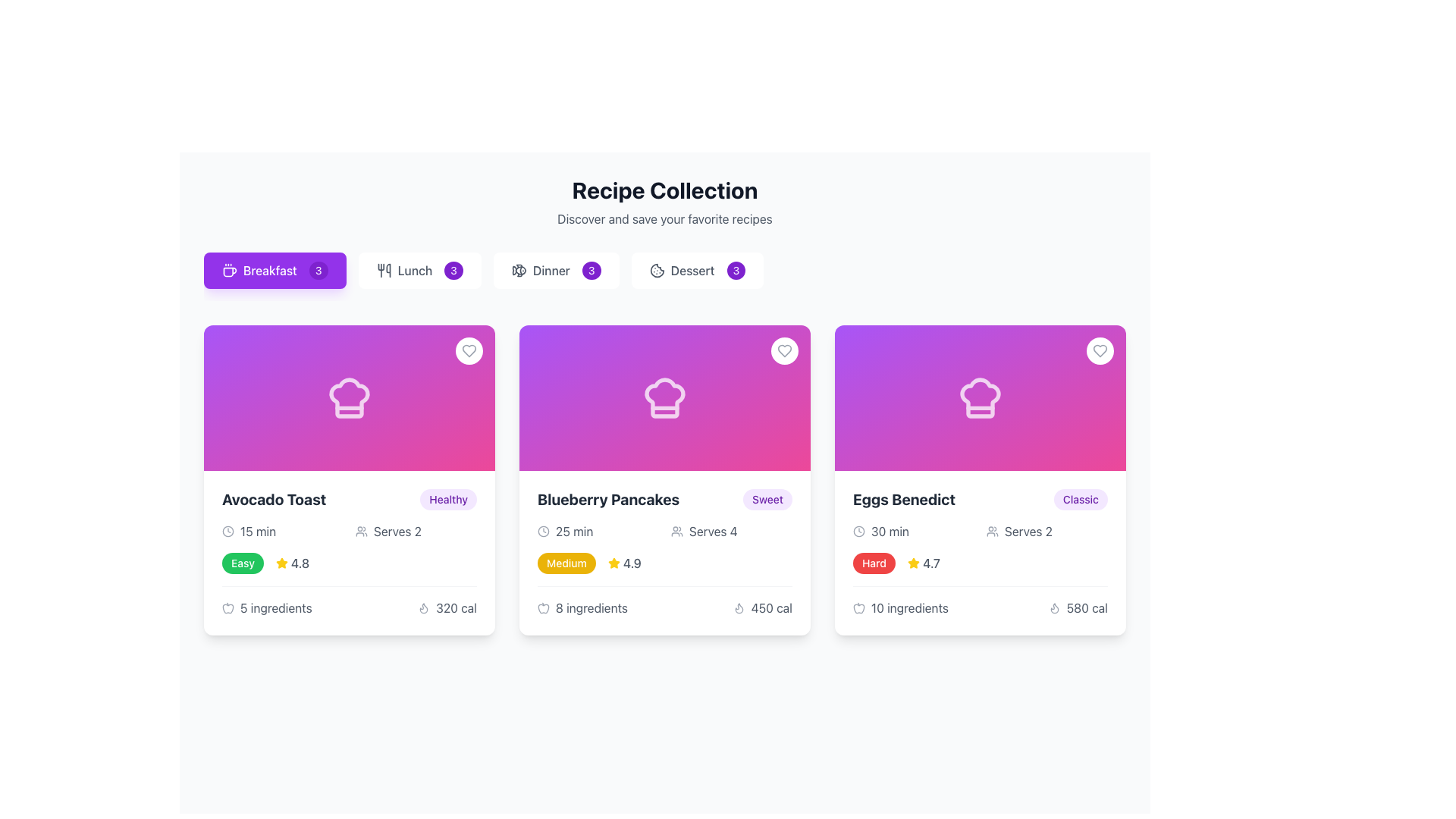  I want to click on the rating value displayed as '4.9' in medium gray font, located within the Blueberry Pancakes card, directly to the right of the yellow star icon, so click(632, 563).